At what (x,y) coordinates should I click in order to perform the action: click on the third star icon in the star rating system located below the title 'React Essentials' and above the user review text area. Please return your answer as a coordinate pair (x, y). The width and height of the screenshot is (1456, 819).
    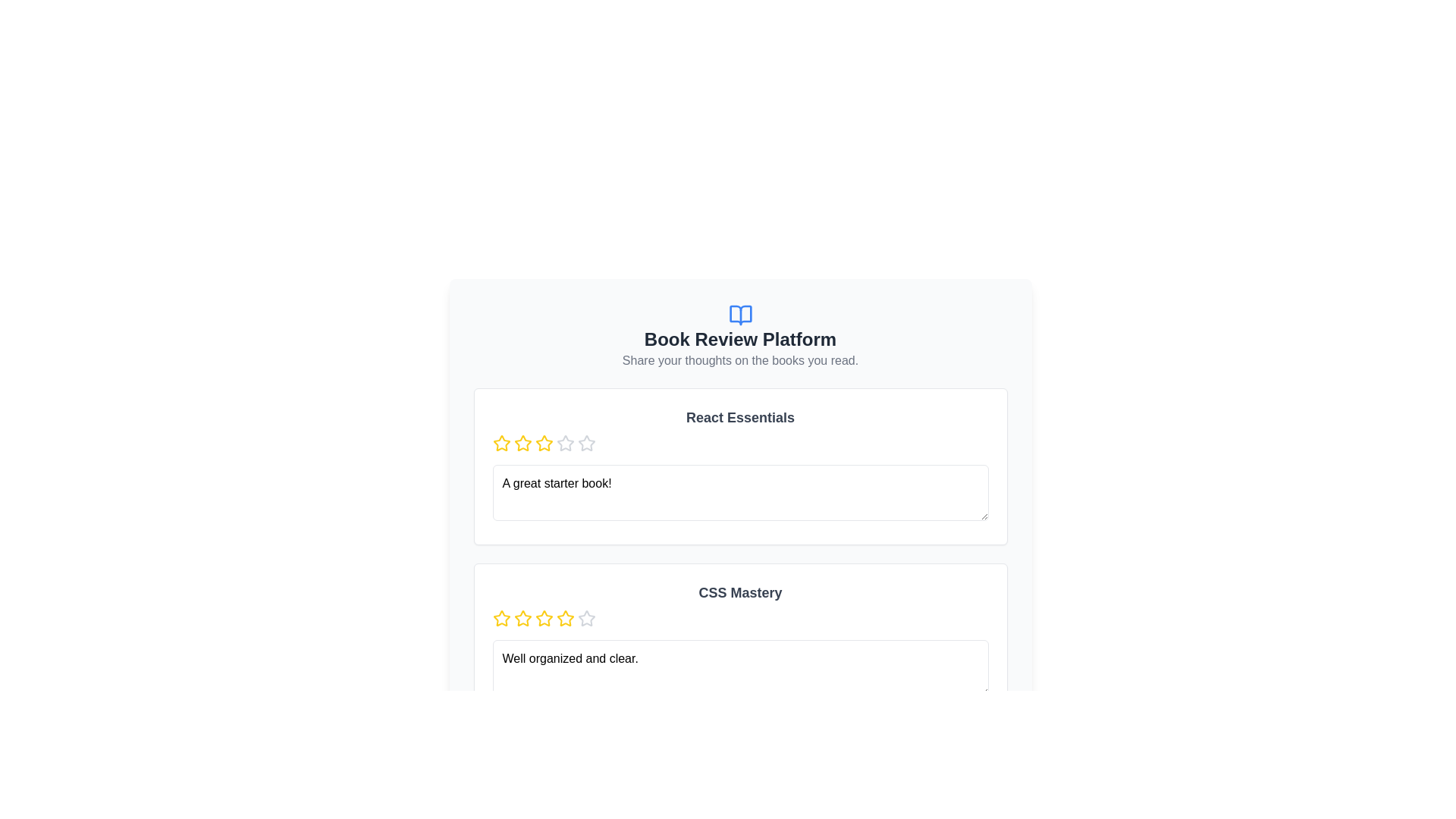
    Looking at the image, I should click on (544, 444).